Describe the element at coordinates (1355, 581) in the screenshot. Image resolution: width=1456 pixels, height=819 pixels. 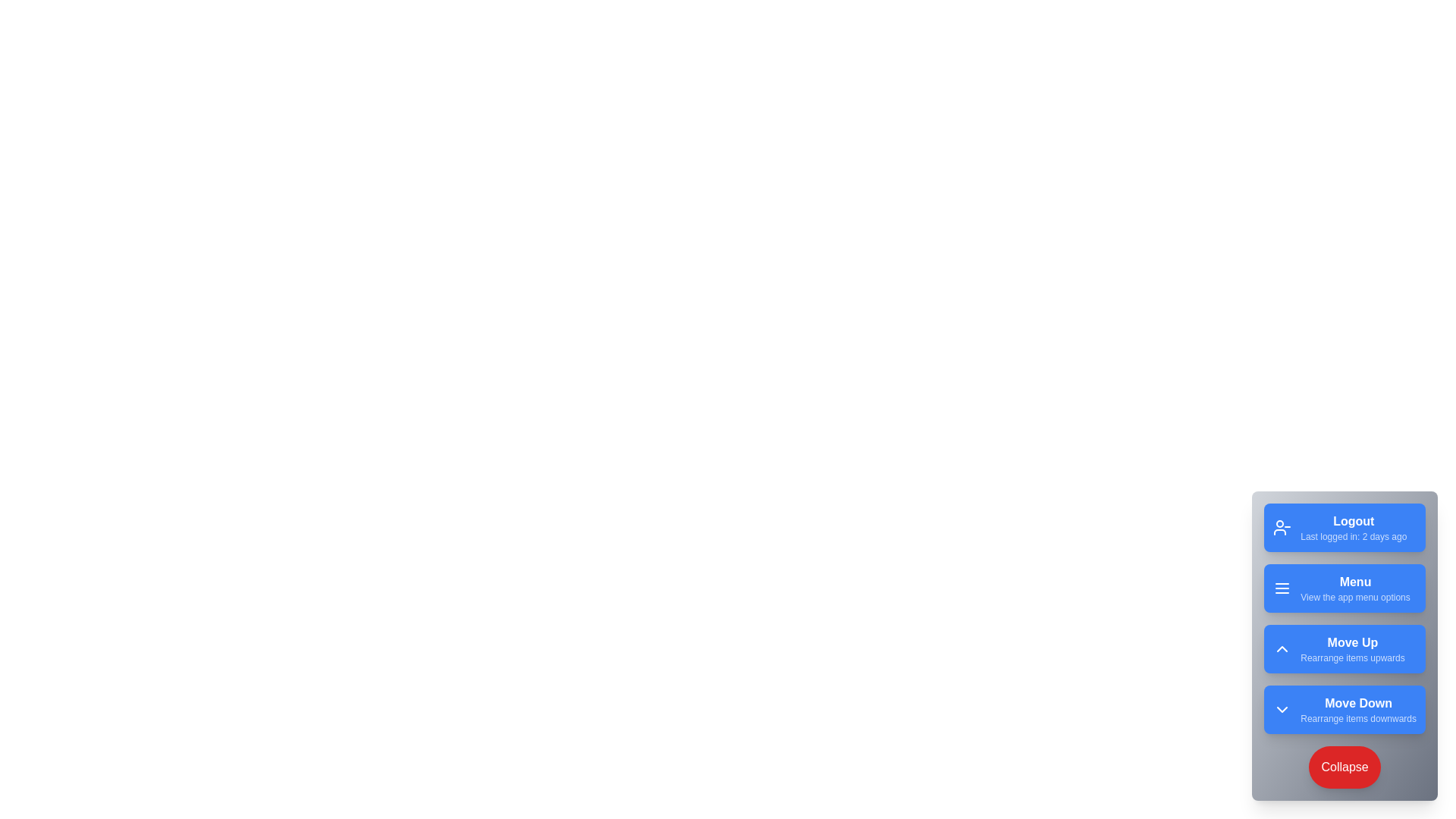
I see `the bold 'Menu' label displayed in white on a blue rectangular button, which is positioned in the second slot below the 'Logout' button and above the 'Move Up' button` at that location.